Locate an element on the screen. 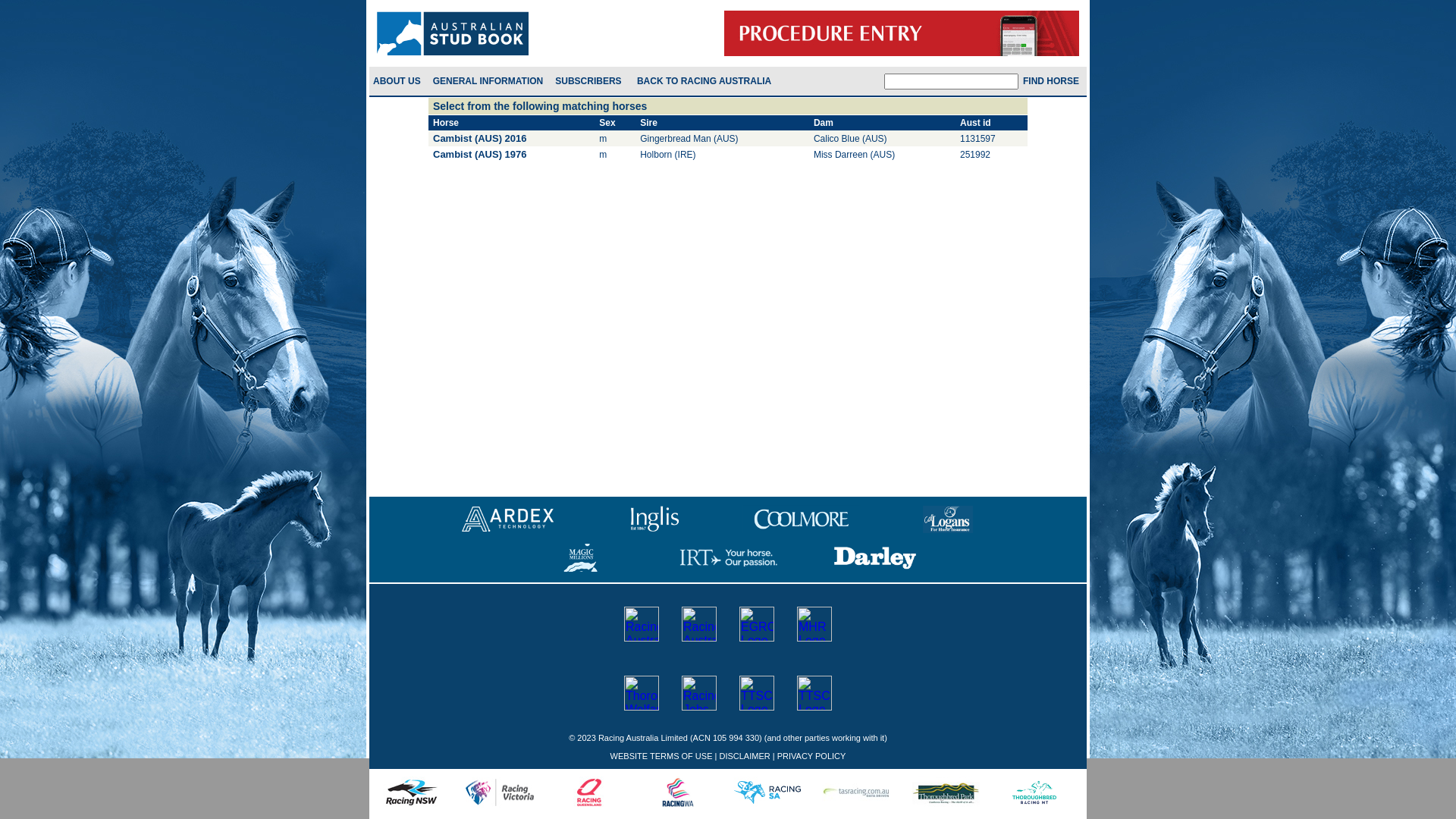 This screenshot has width=1456, height=819. 'Cambist (AUS) 1976' is located at coordinates (479, 154).